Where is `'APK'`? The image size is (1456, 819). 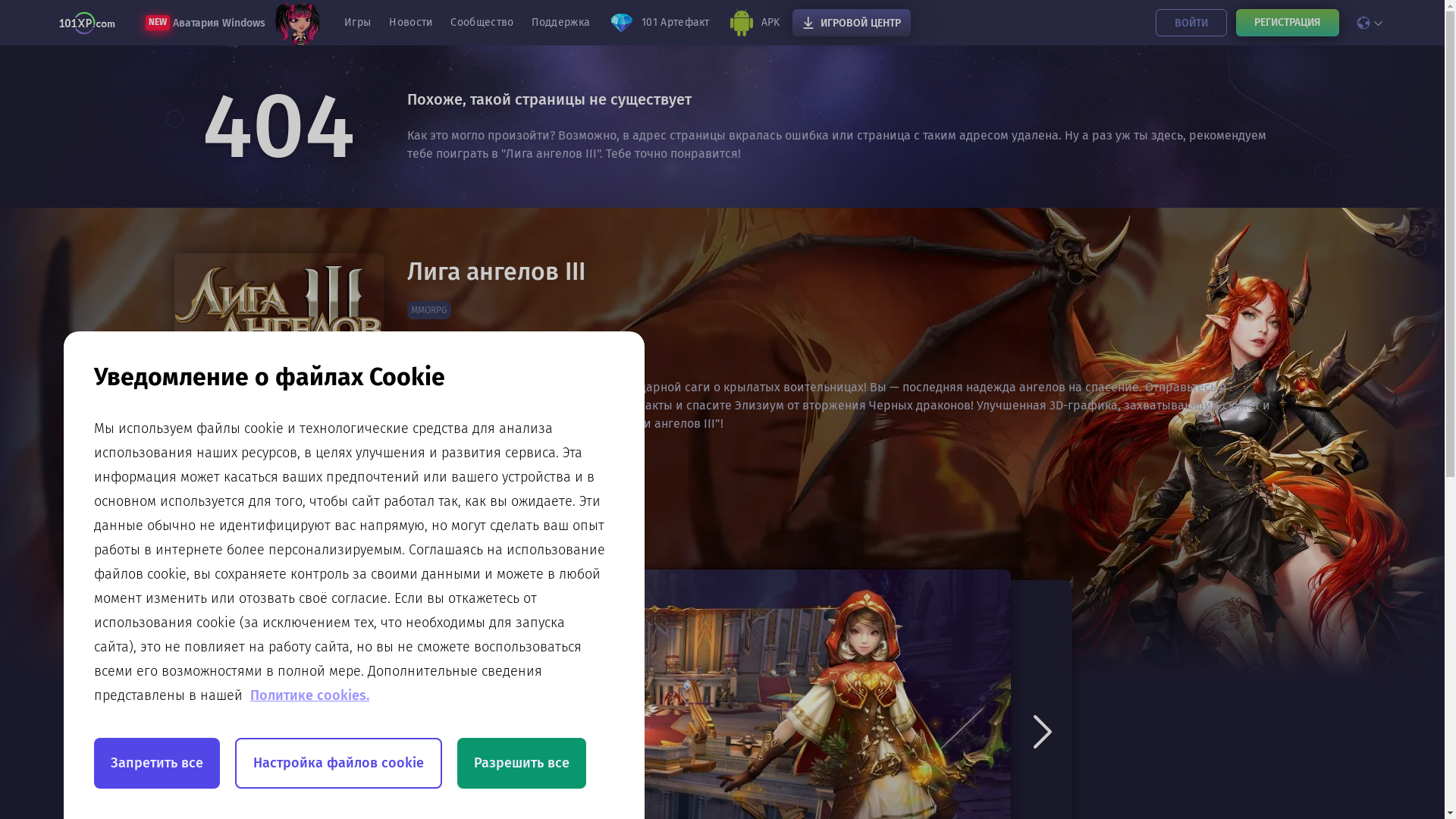
'APK' is located at coordinates (754, 23).